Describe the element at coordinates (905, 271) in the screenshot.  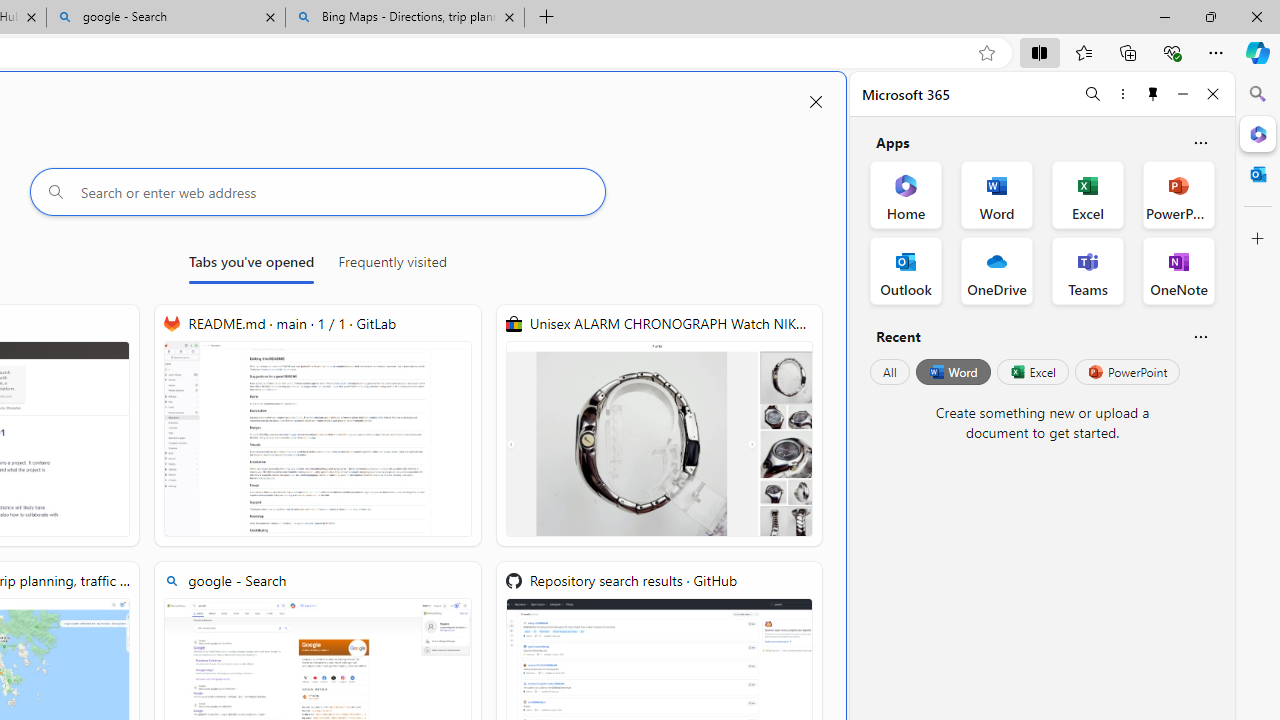
I see `'Outlook Office App'` at that location.